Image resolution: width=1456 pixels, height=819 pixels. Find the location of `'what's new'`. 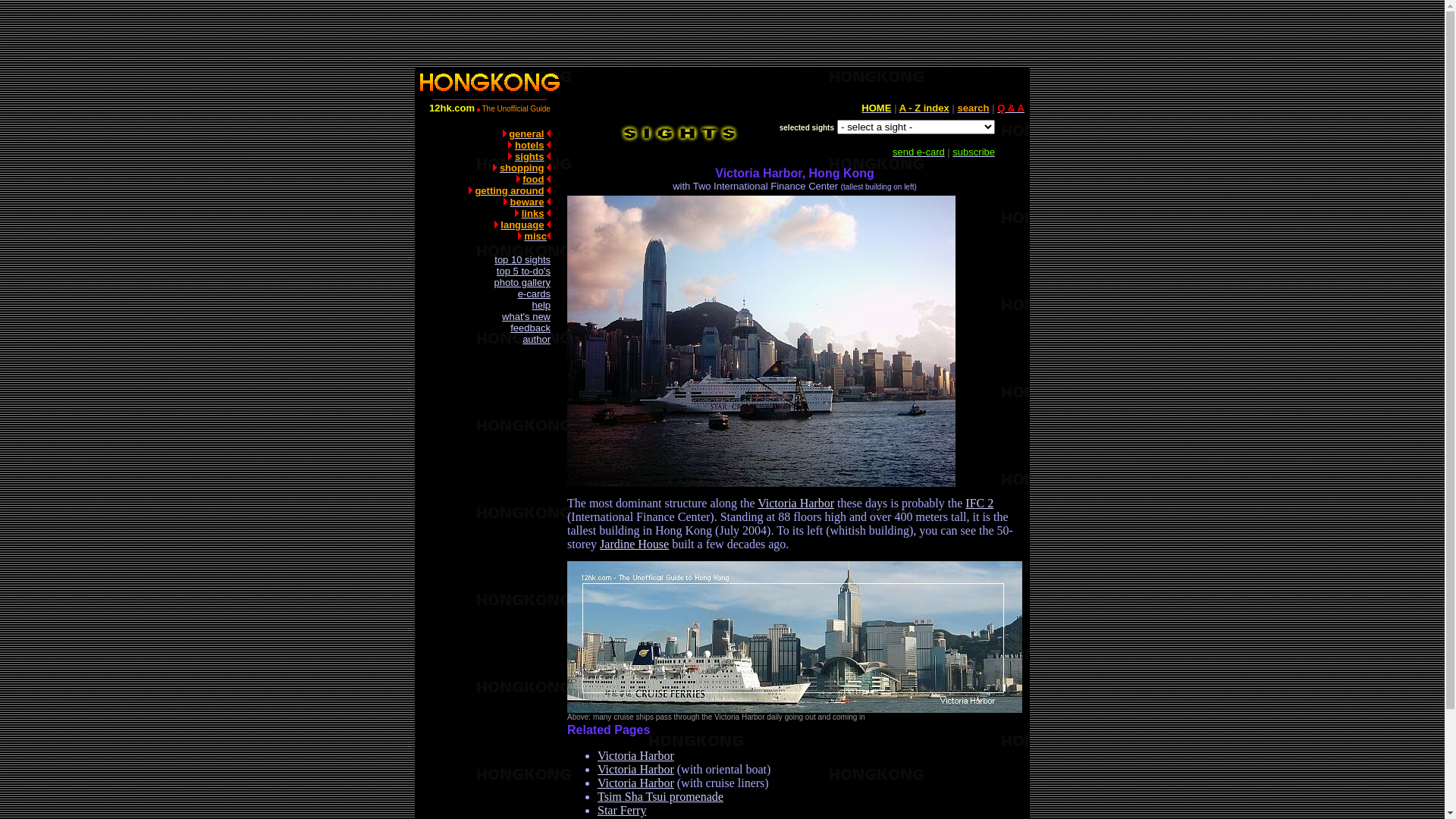

'what's new' is located at coordinates (526, 315).